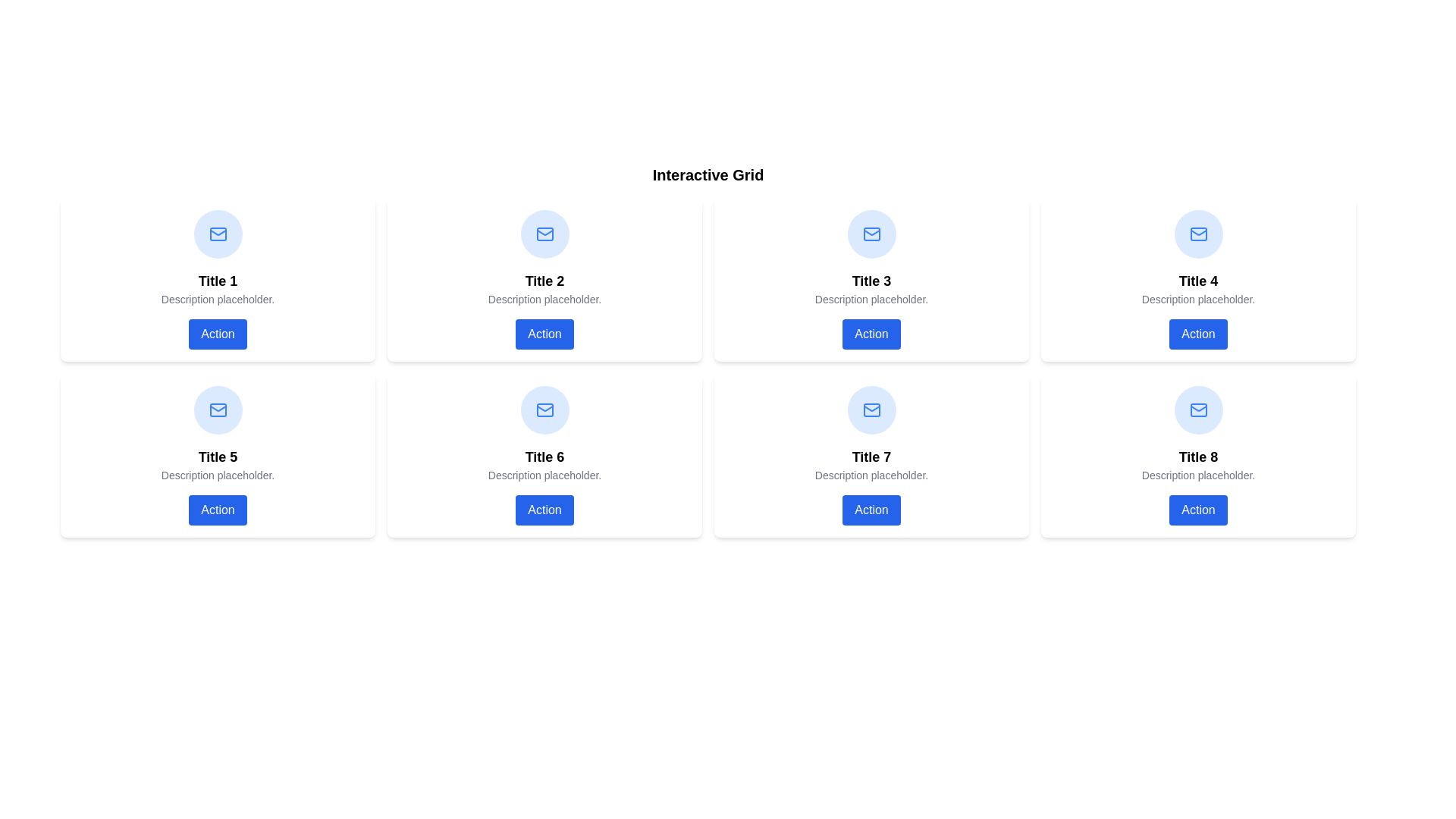  Describe the element at coordinates (544, 234) in the screenshot. I see `the Decorative Icon, which is a circular light blue icon with a mail envelope symbol, located within the card labeled 'Title 2' in the grid layout` at that location.